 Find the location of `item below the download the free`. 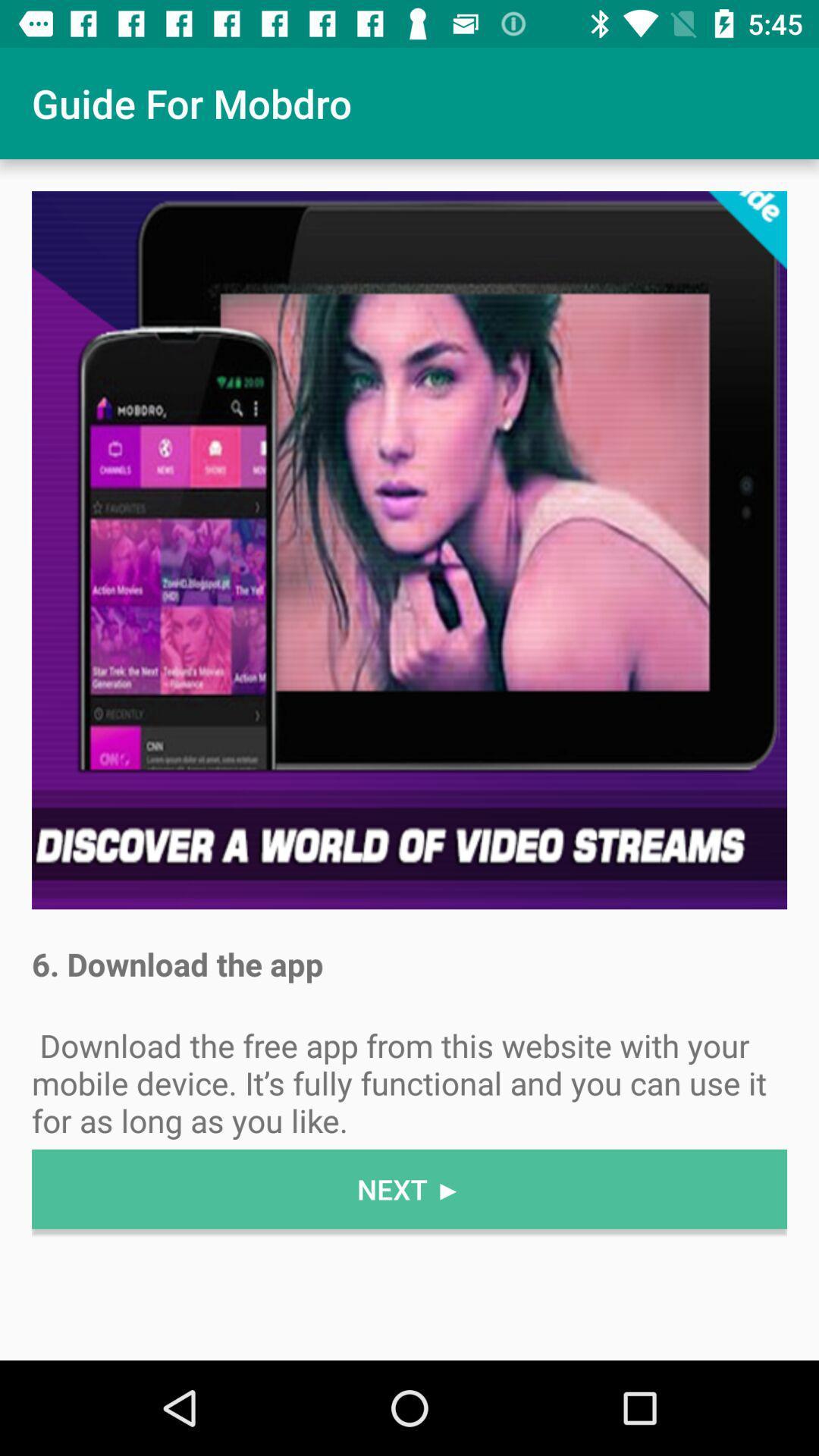

item below the download the free is located at coordinates (409, 1188).